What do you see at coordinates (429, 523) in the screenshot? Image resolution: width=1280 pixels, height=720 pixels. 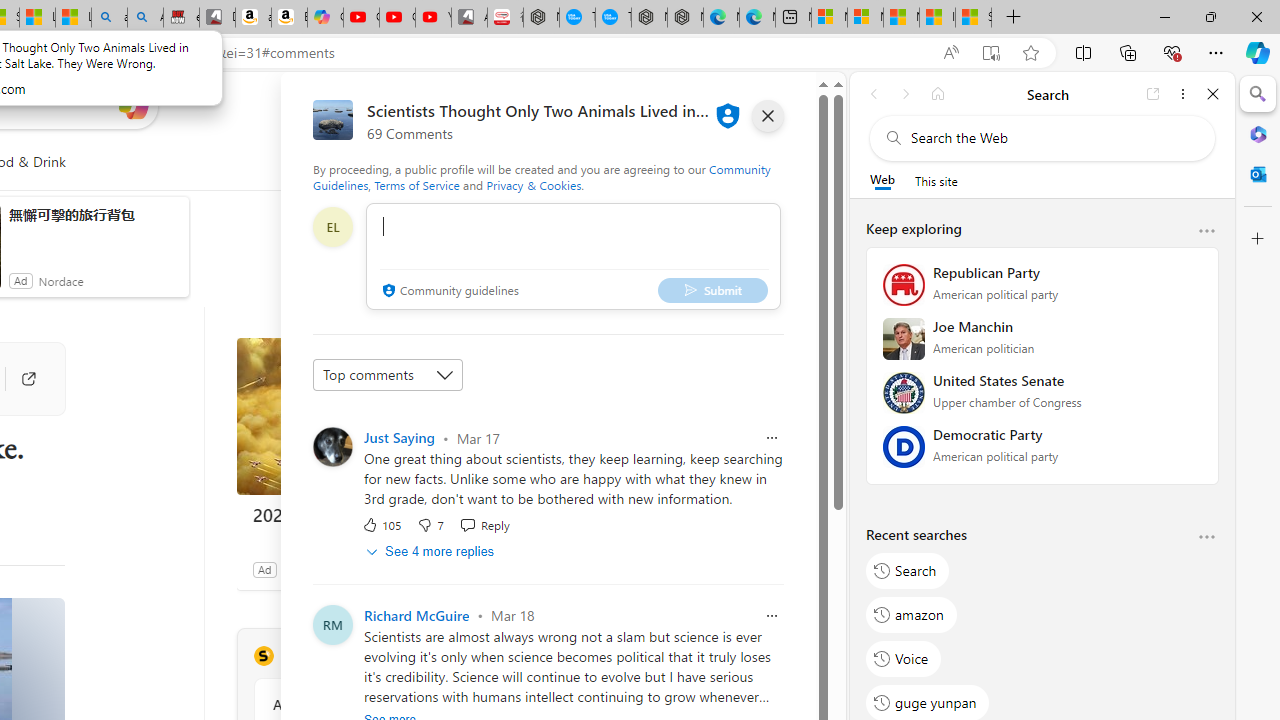 I see `'Dislike'` at bounding box center [429, 523].